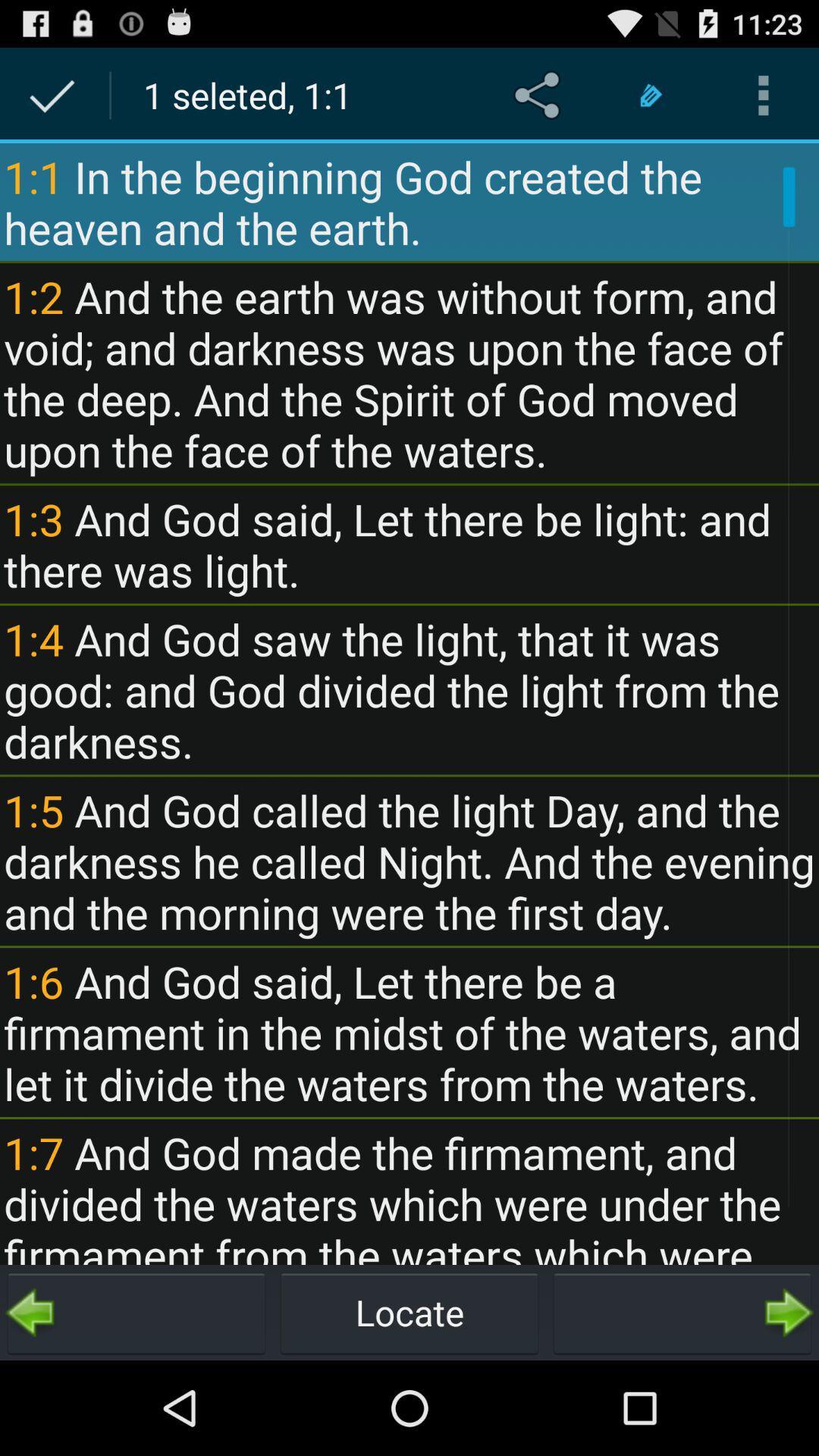  What do you see at coordinates (409, 1312) in the screenshot?
I see `icon below 1 7 and icon` at bounding box center [409, 1312].